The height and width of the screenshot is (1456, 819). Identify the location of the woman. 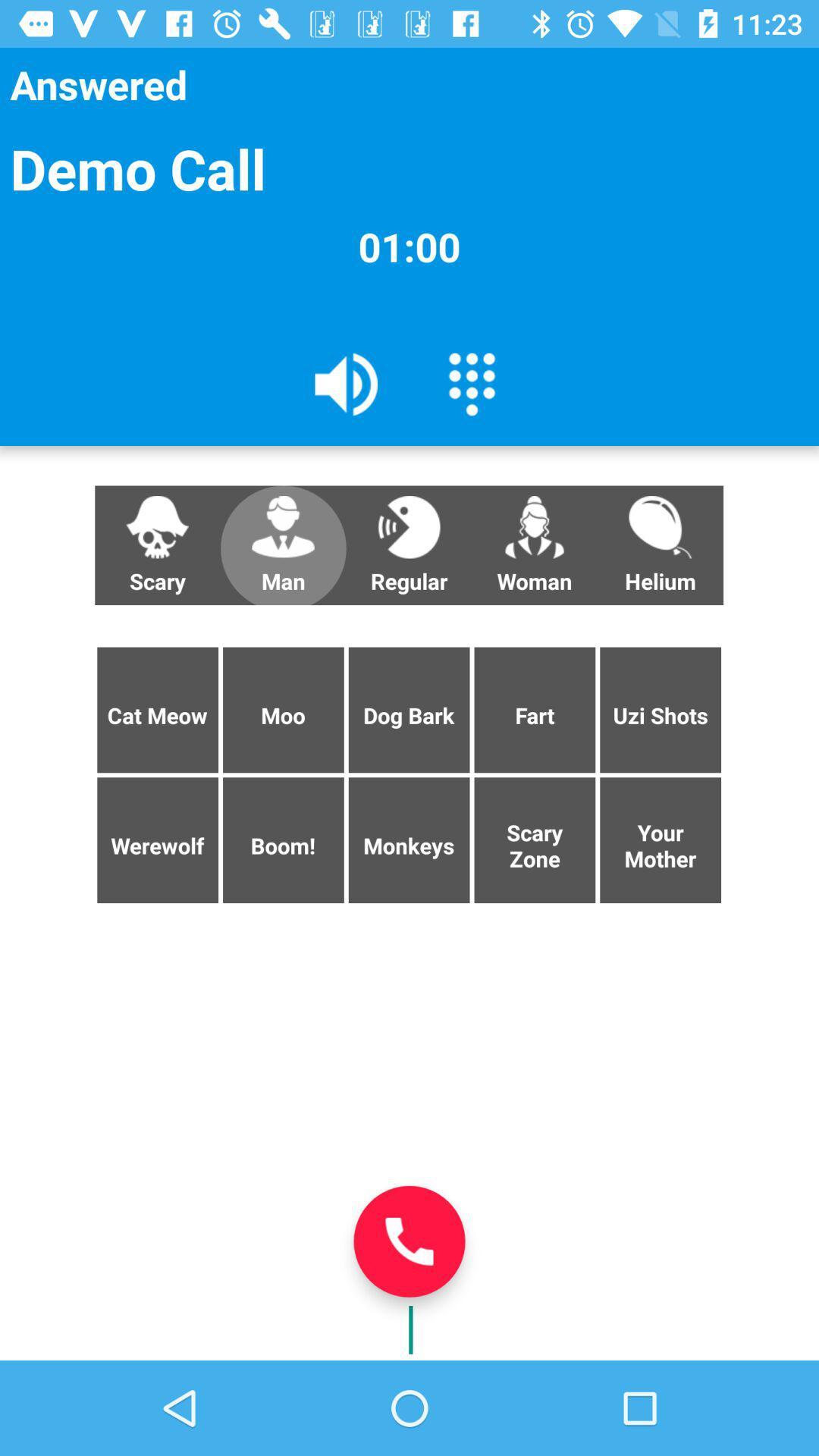
(534, 545).